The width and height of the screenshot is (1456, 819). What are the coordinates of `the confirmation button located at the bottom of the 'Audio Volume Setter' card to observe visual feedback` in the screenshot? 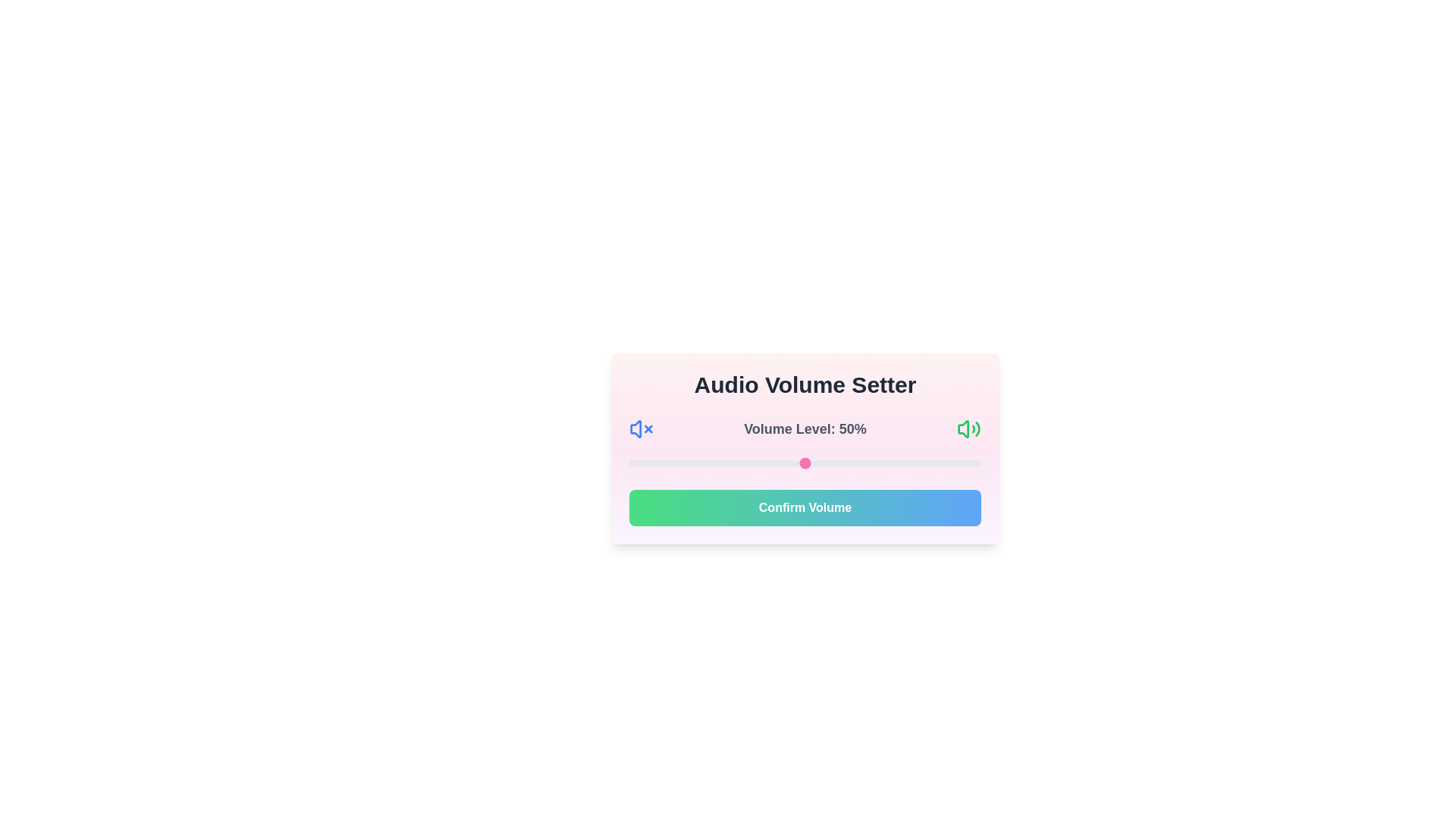 It's located at (804, 508).